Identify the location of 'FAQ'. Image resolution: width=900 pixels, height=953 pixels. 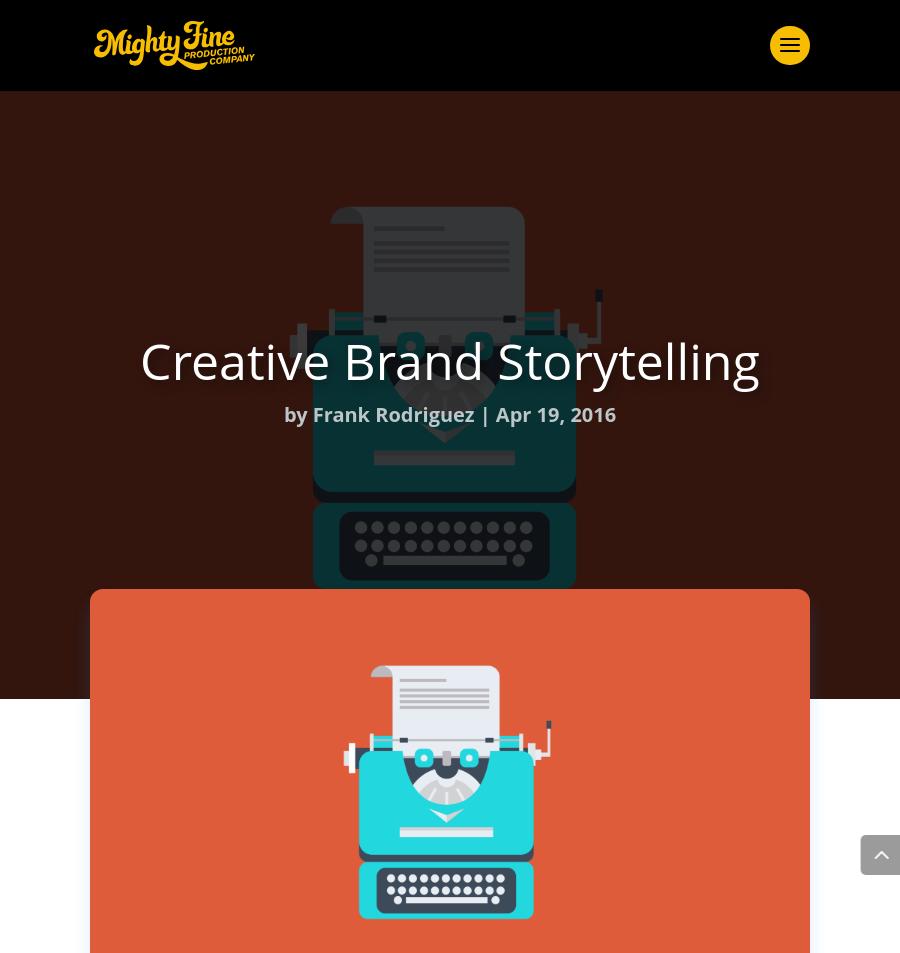
(449, 382).